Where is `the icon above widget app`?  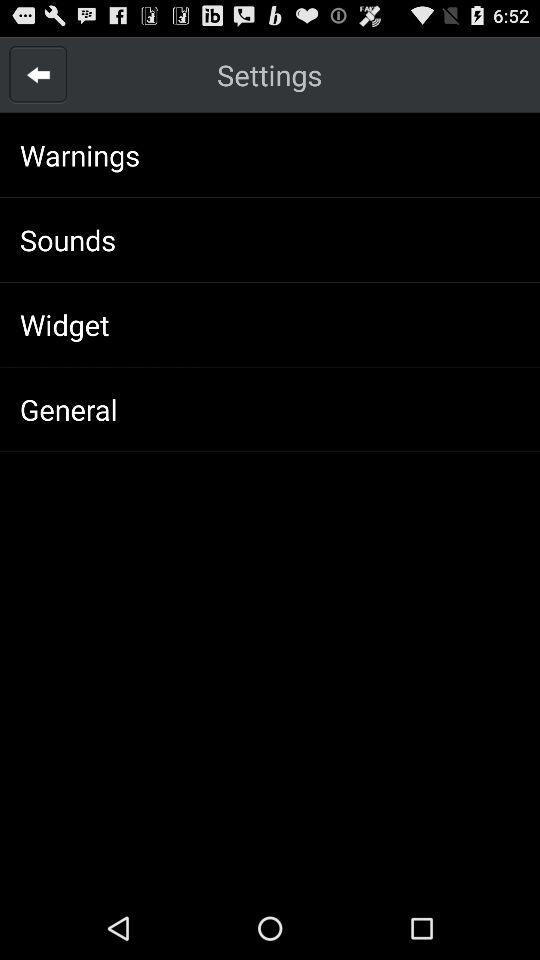 the icon above widget app is located at coordinates (67, 239).